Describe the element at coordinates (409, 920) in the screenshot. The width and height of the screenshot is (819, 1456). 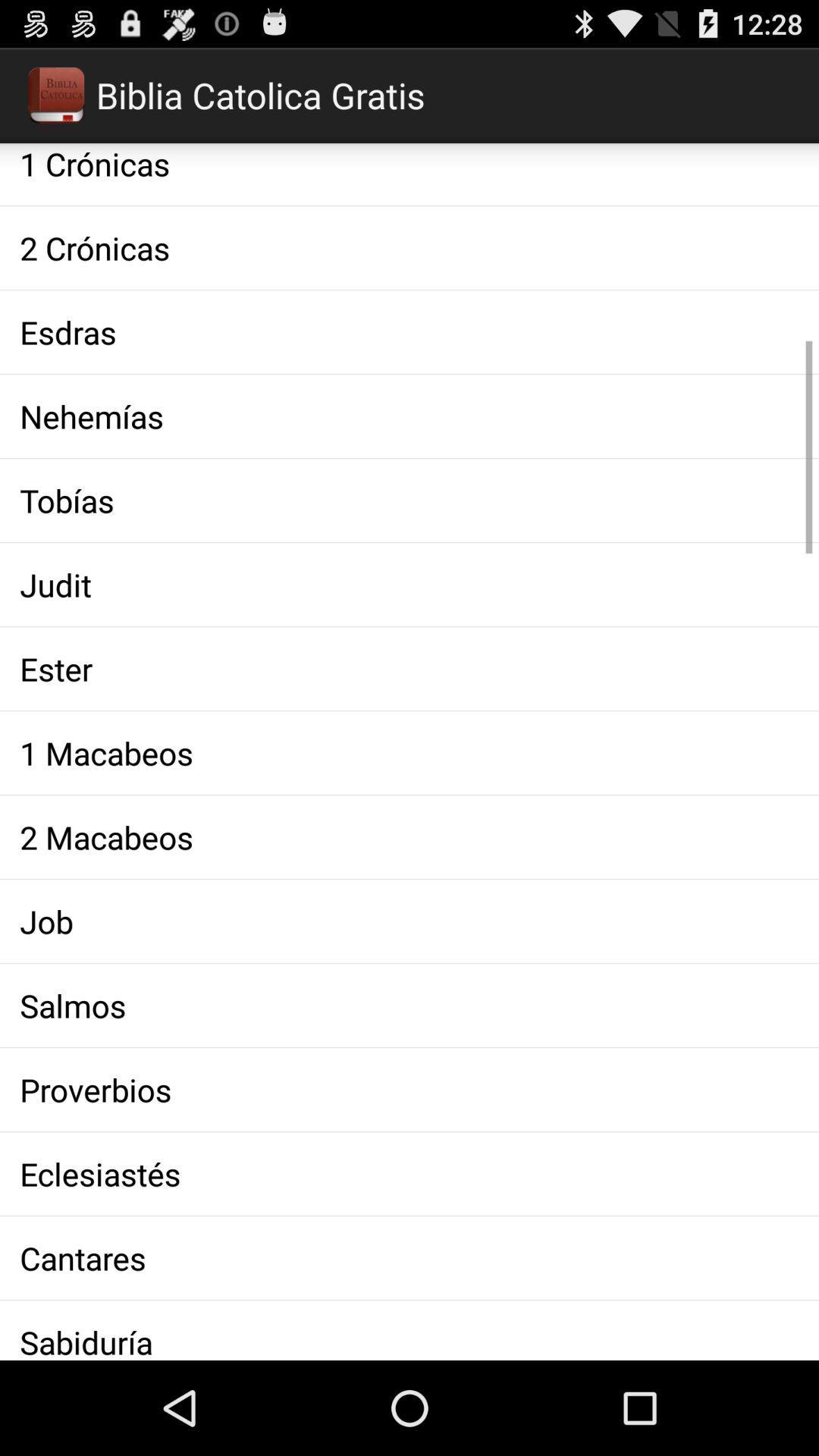
I see `the item above the salmos icon` at that location.